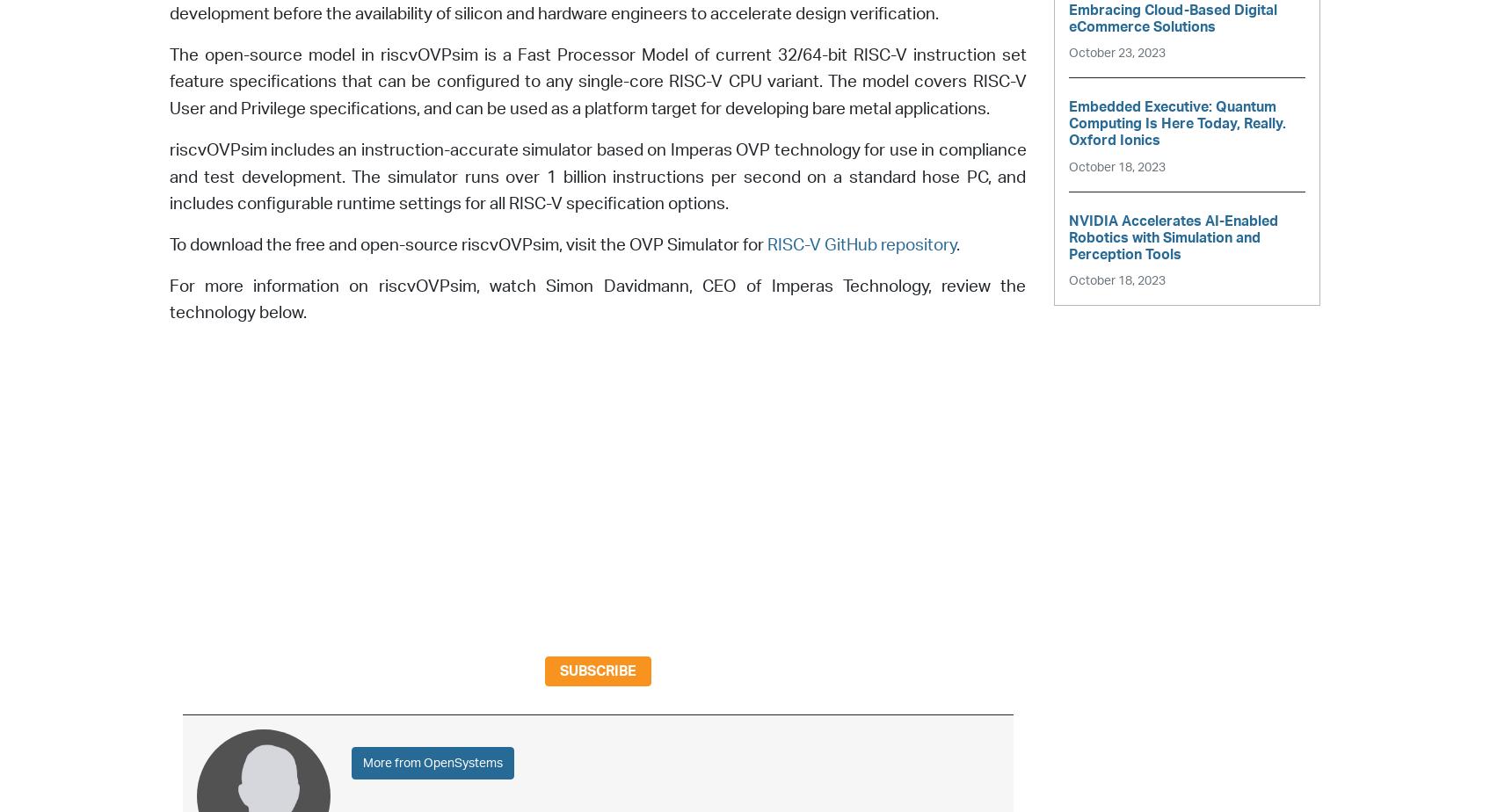  I want to click on 'Subscribe', so click(597, 671).